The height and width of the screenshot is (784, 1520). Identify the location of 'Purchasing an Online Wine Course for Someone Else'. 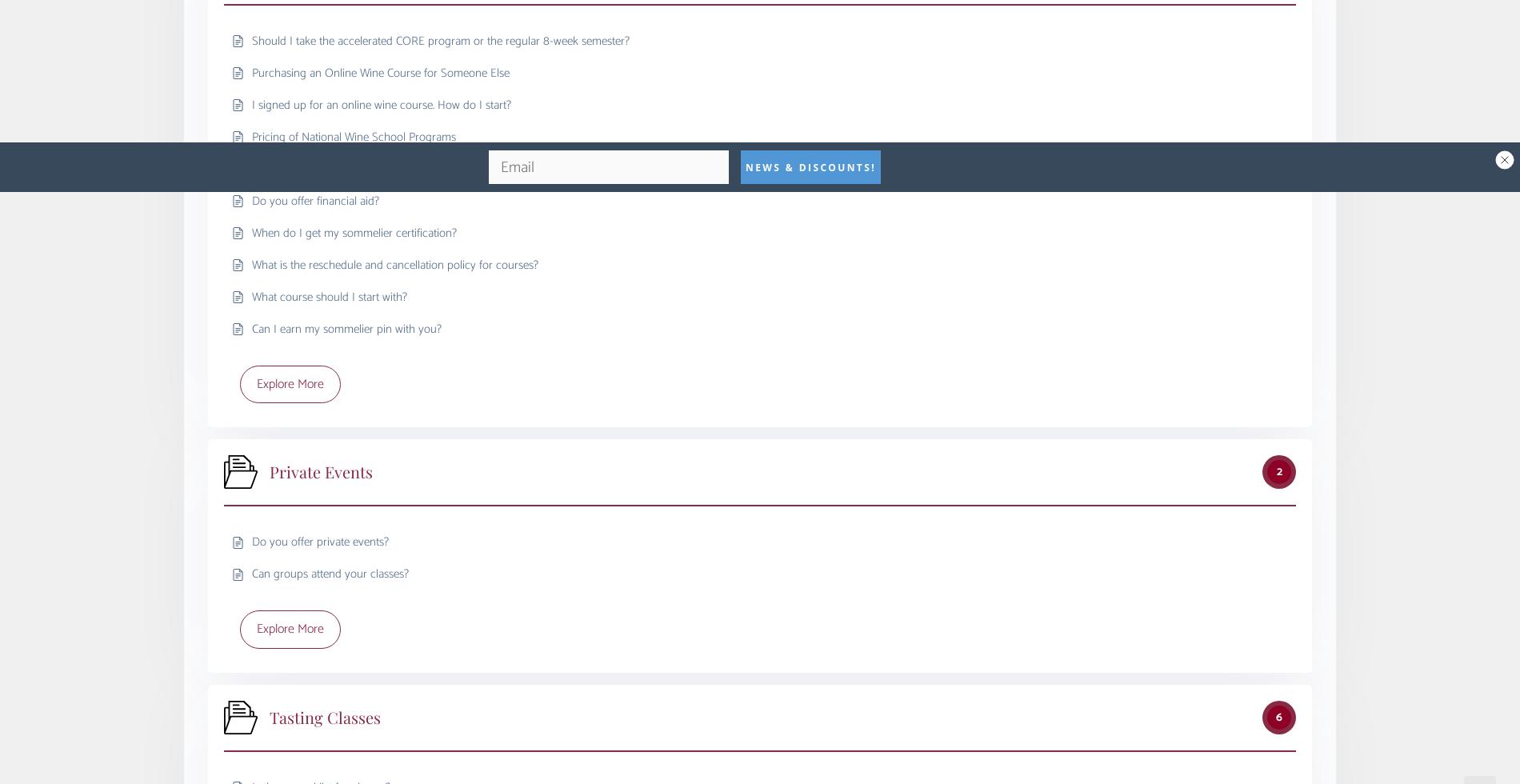
(251, 72).